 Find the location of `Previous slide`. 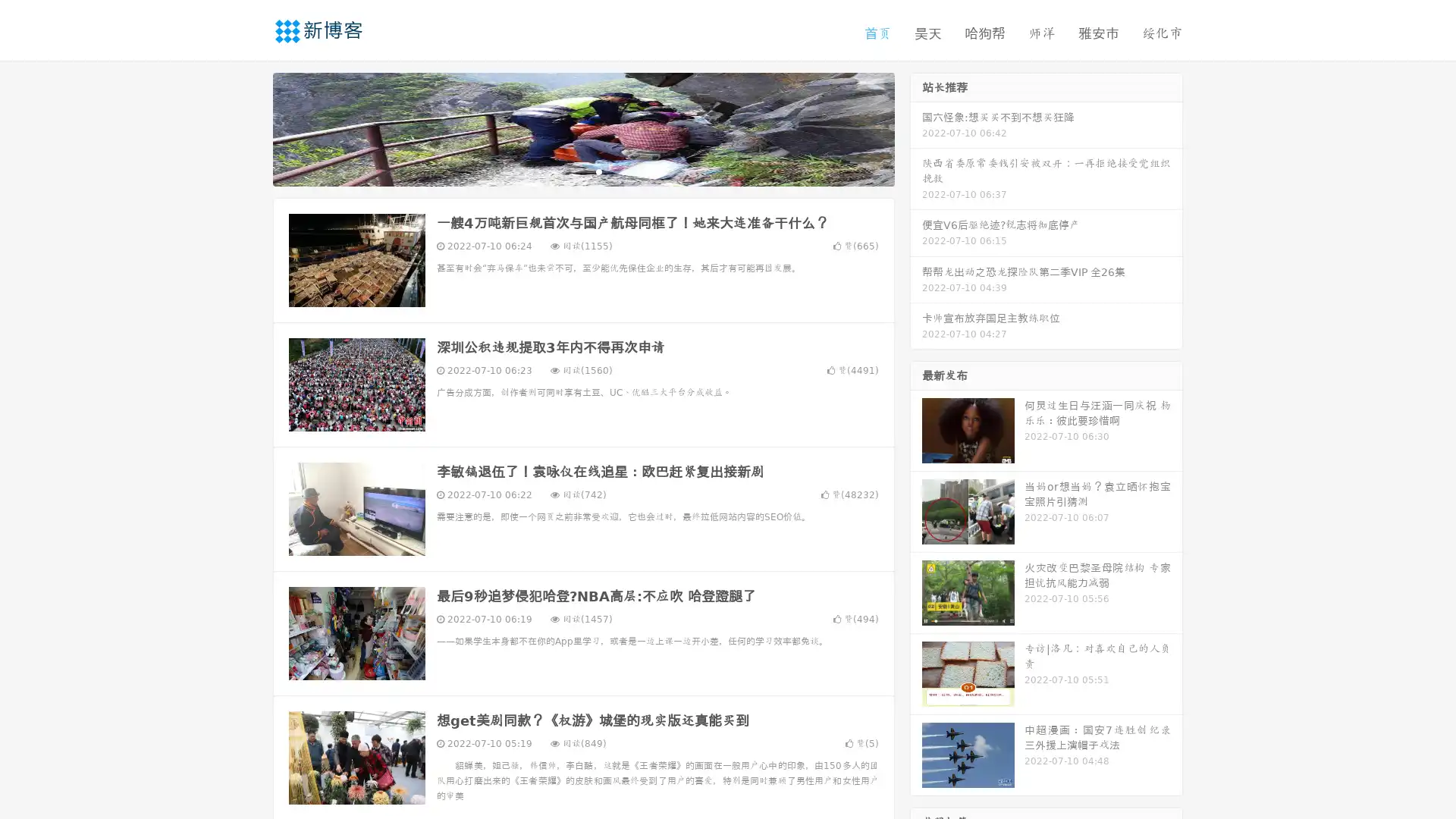

Previous slide is located at coordinates (250, 127).